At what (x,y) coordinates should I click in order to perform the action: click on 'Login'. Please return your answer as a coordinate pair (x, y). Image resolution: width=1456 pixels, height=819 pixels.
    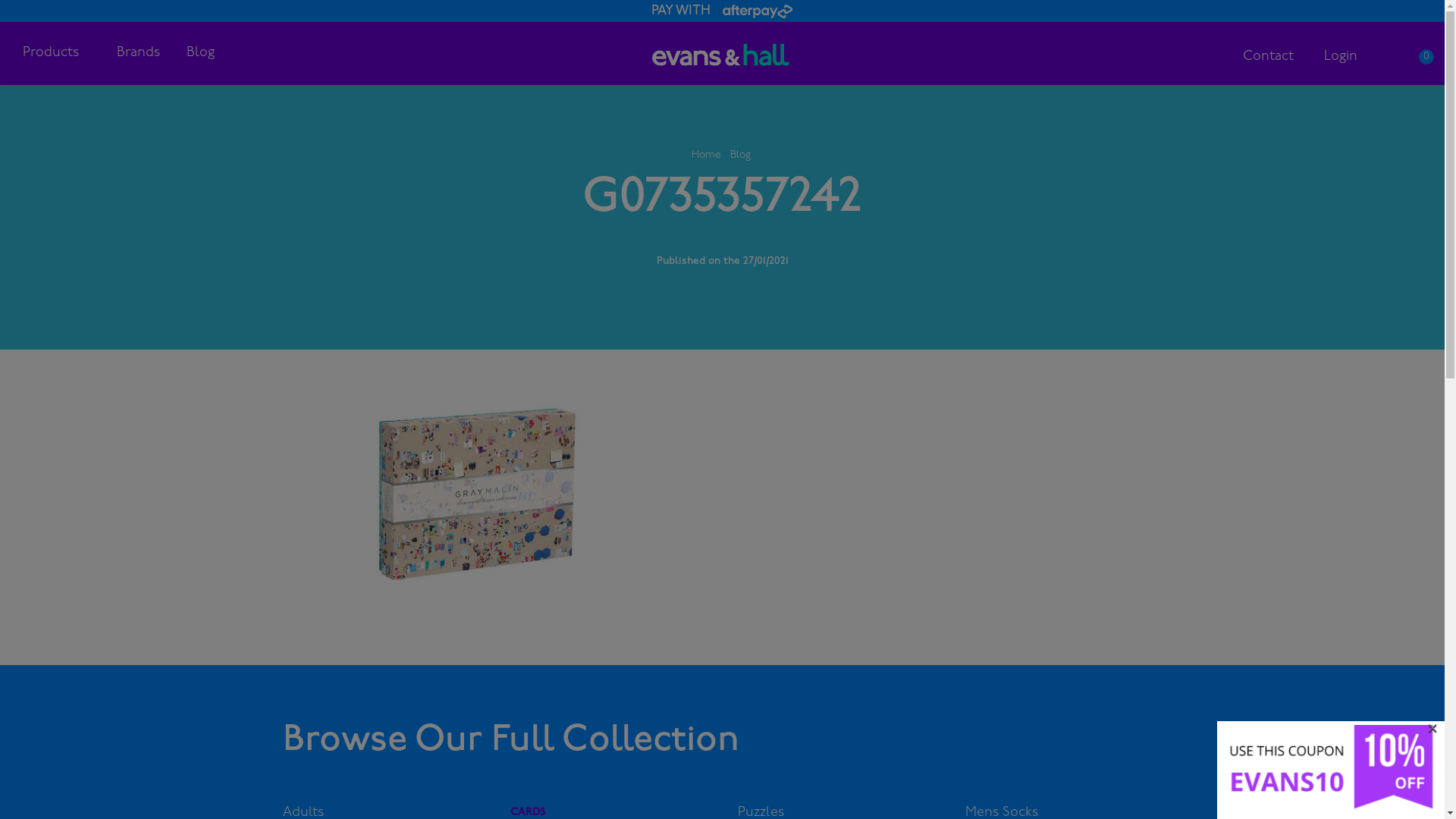
    Looking at the image, I should click on (1340, 55).